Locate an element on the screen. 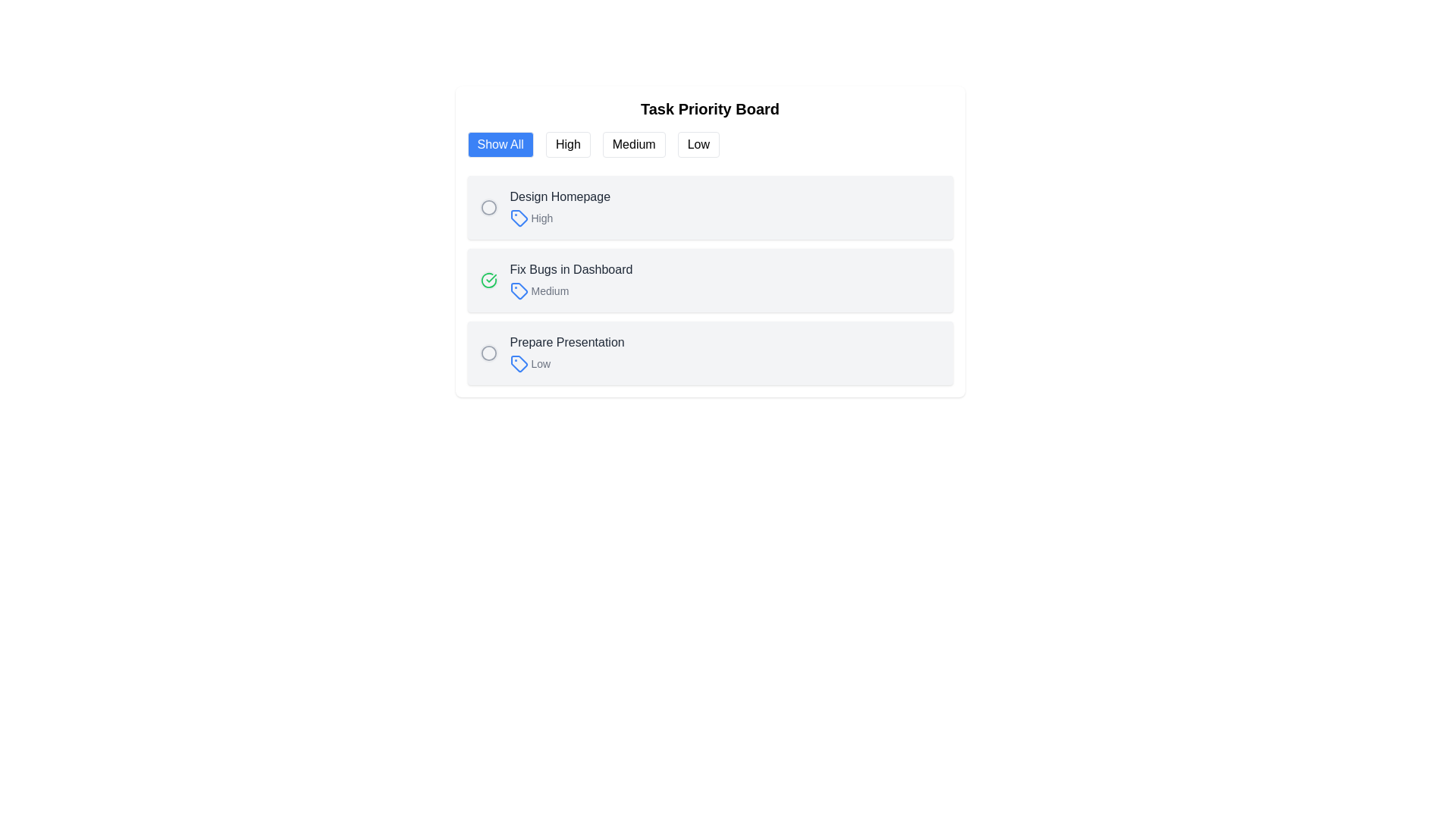 This screenshot has height=819, width=1456. the second task item in the task management board is located at coordinates (709, 281).